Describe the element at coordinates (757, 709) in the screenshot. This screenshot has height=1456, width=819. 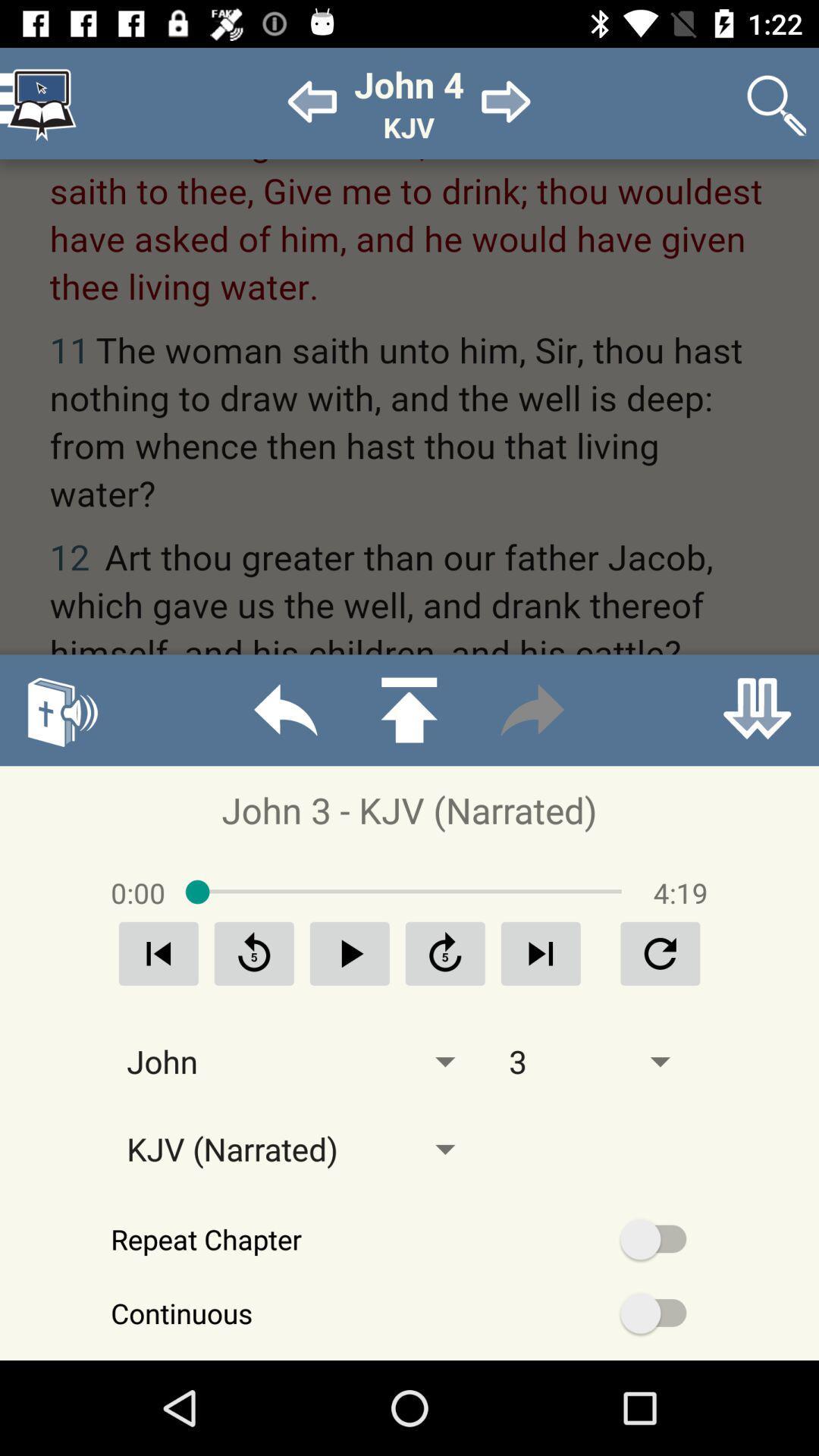
I see `collapse` at that location.